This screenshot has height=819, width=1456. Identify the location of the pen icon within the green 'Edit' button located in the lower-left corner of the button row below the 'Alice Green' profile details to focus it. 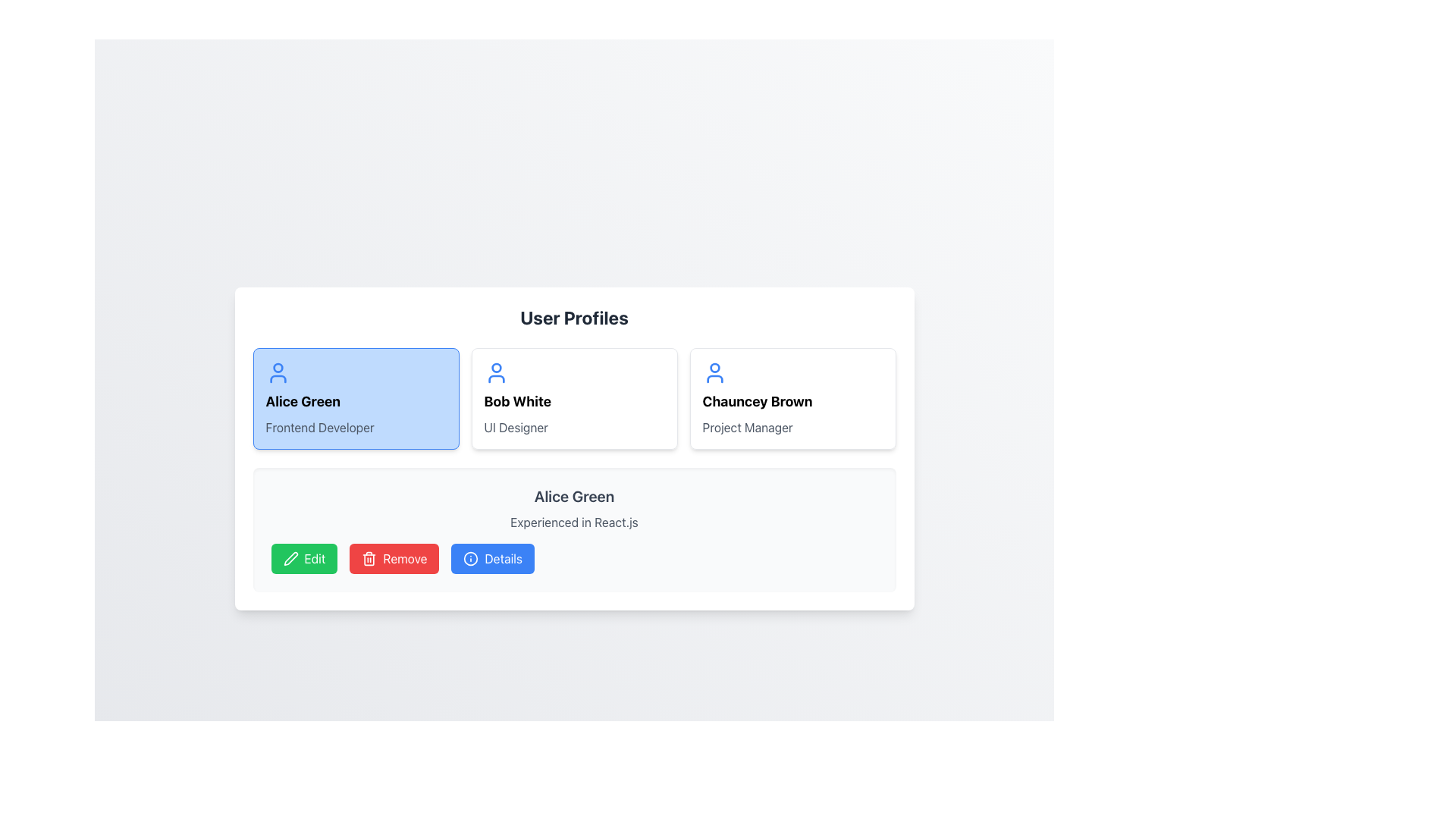
(290, 558).